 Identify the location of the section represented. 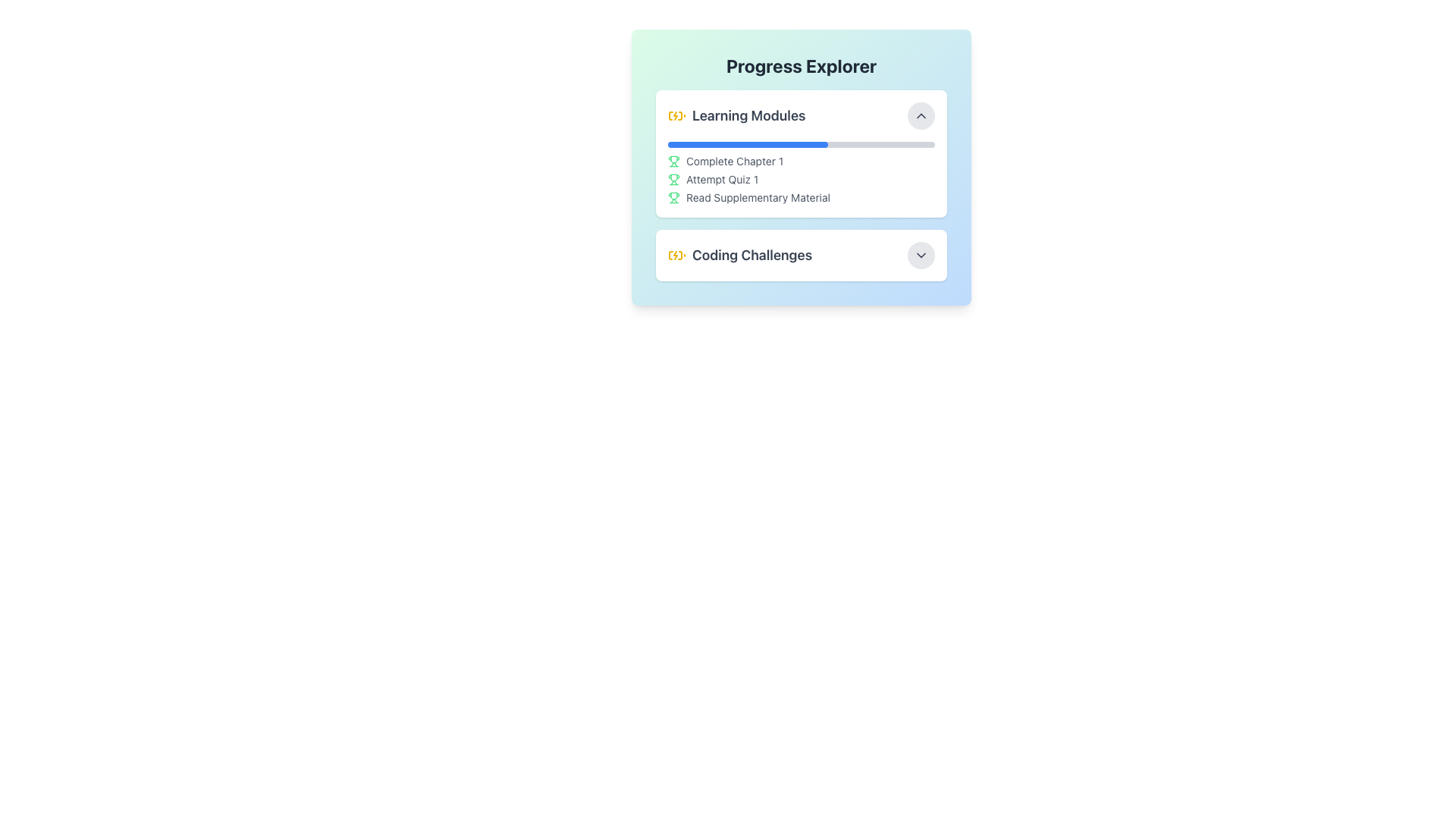
(748, 115).